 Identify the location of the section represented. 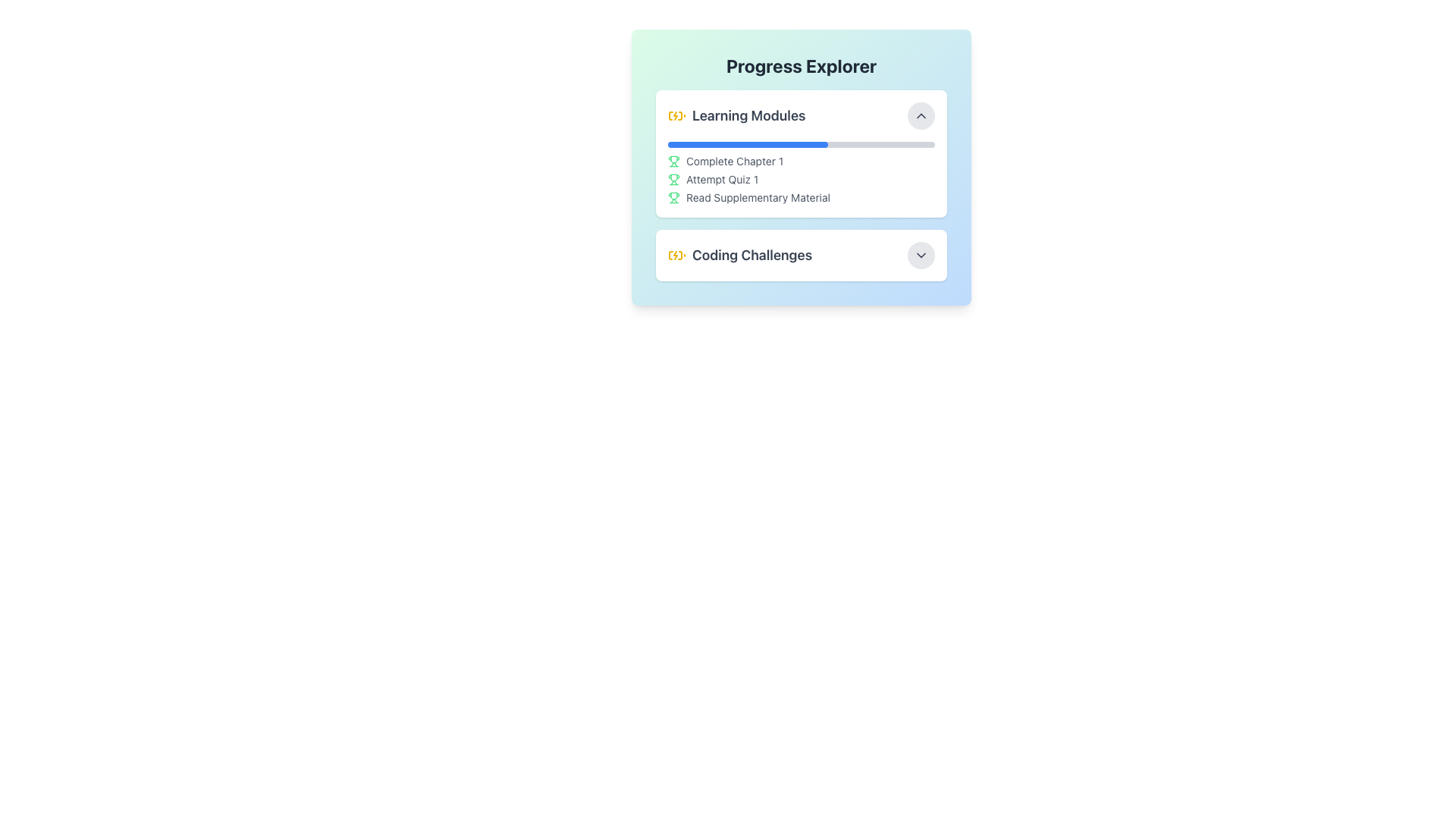
(748, 115).